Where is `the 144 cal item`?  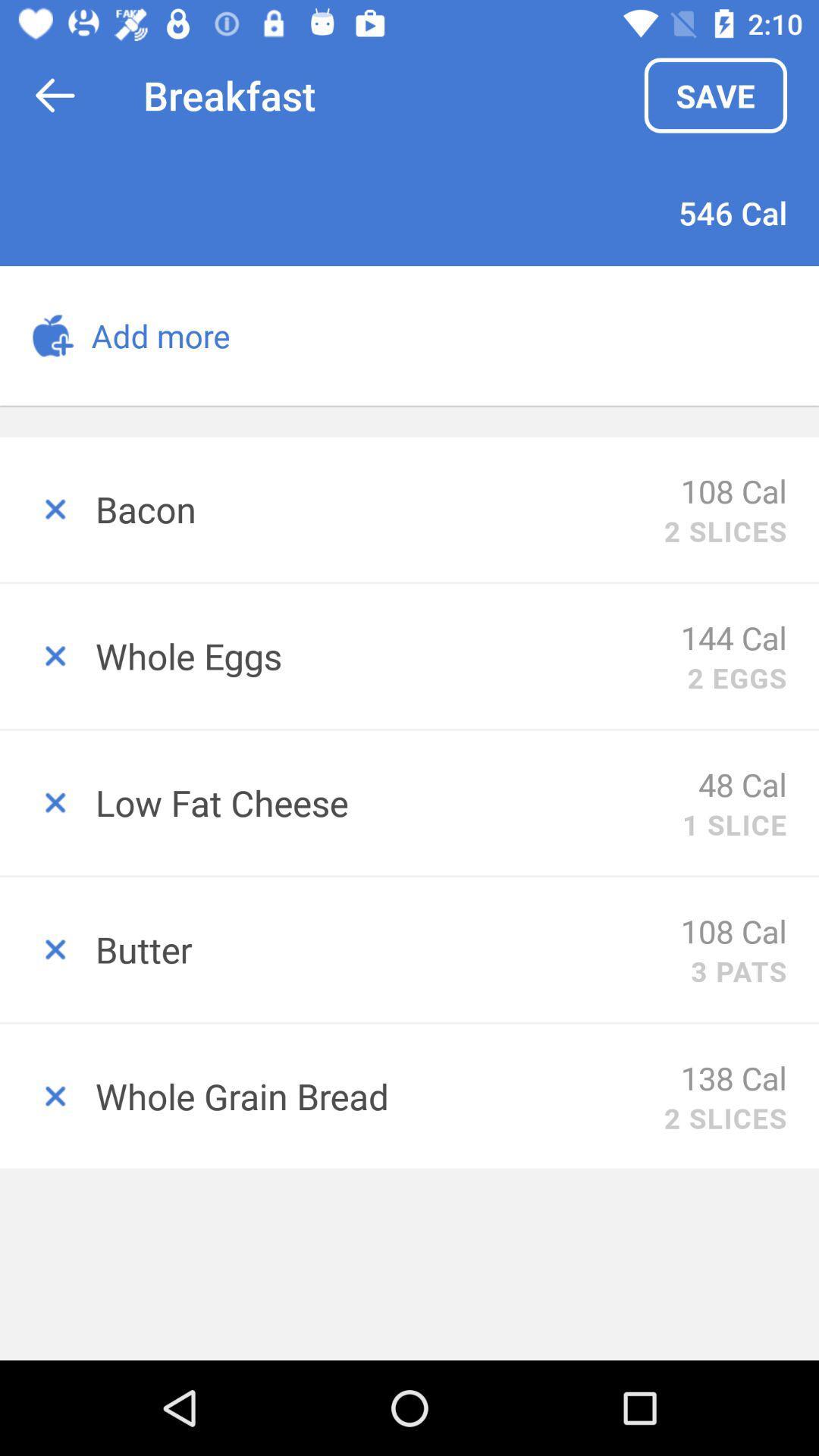 the 144 cal item is located at coordinates (733, 637).